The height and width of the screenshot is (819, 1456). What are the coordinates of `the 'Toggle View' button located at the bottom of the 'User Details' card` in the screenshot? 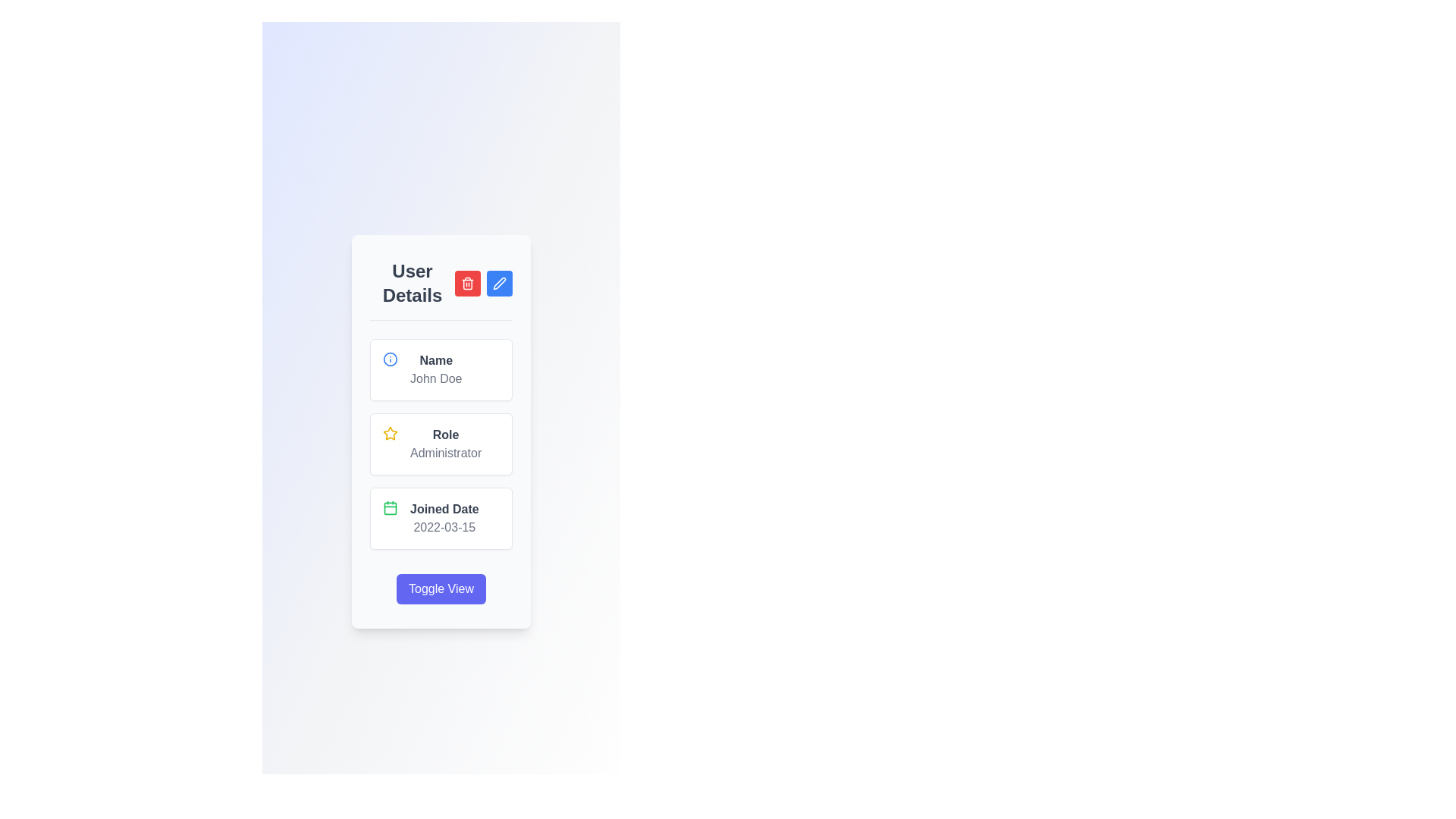 It's located at (440, 588).